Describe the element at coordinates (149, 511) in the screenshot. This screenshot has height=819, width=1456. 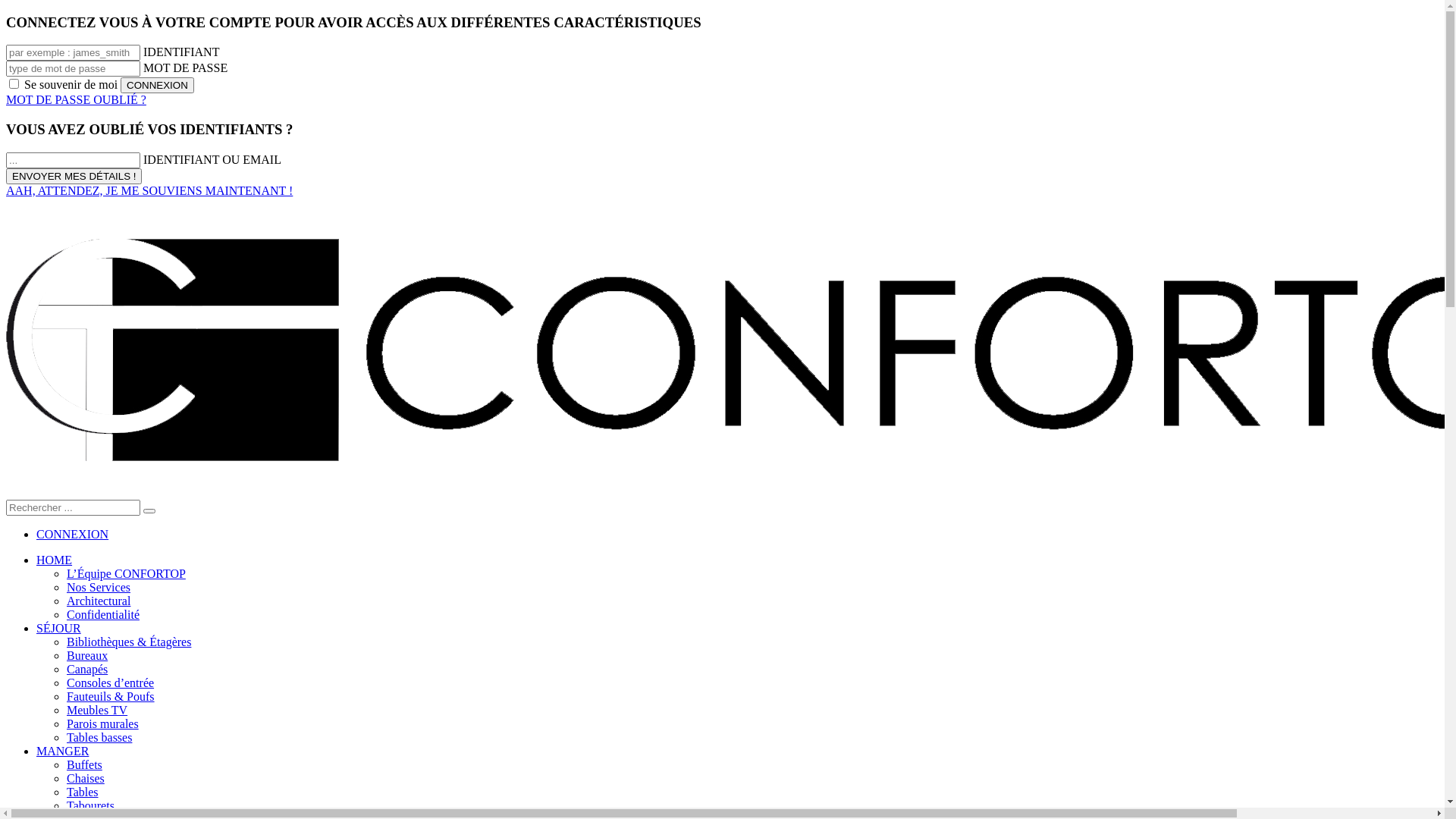
I see `'go'` at that location.